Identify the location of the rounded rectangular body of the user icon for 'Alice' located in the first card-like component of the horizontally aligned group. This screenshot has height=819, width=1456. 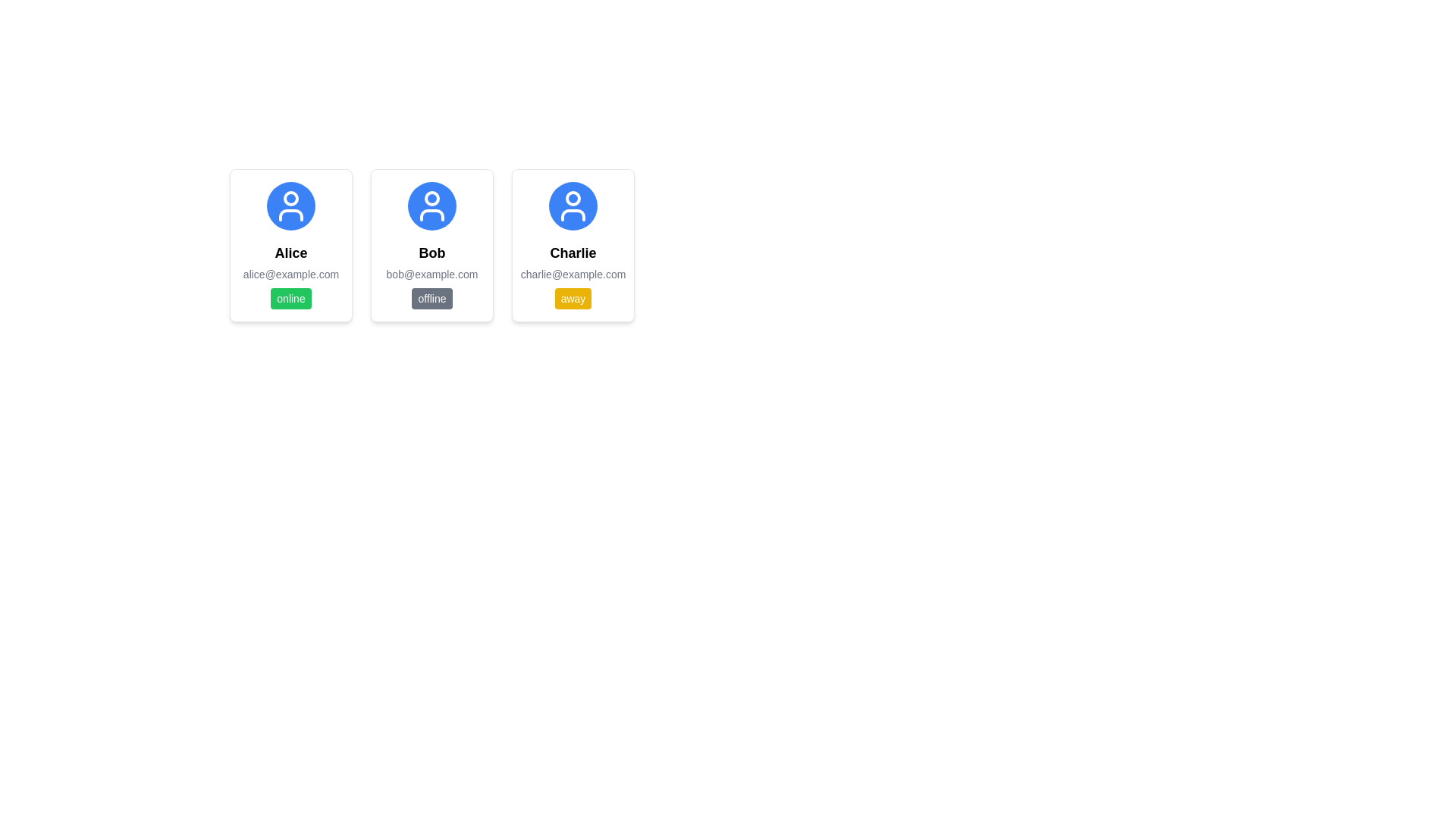
(291, 215).